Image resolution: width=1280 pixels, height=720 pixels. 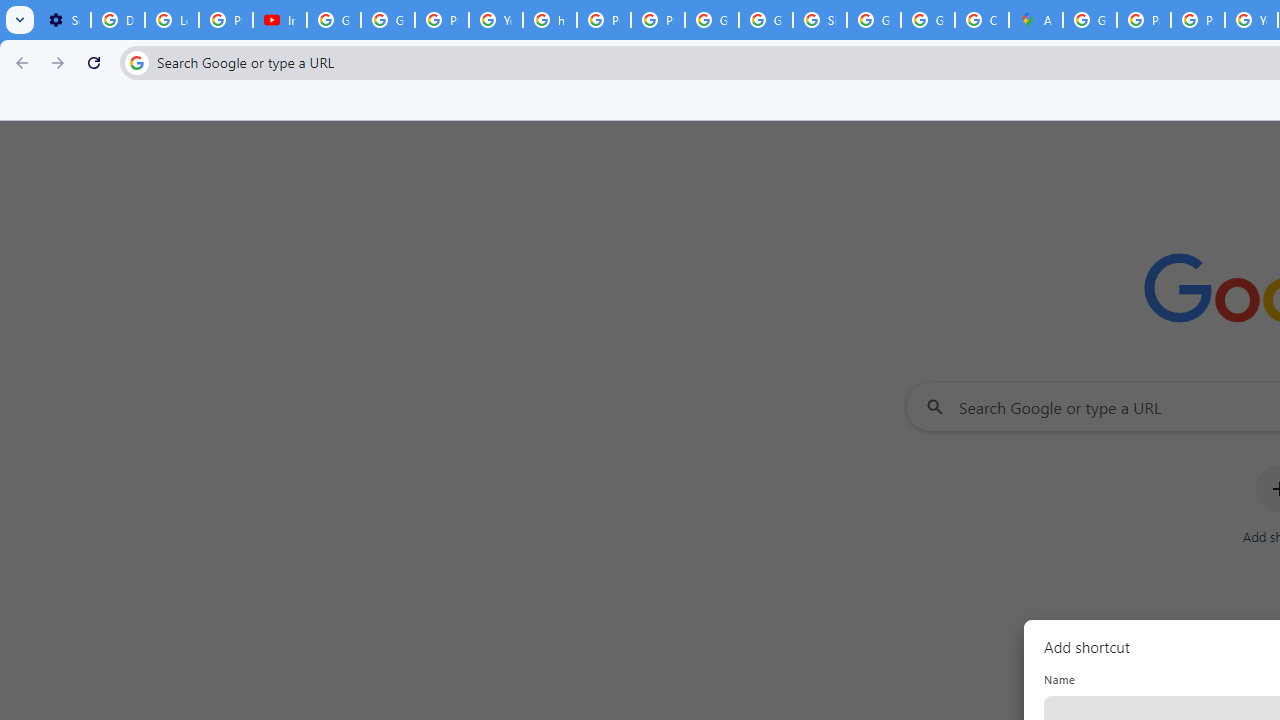 What do you see at coordinates (496, 20) in the screenshot?
I see `'YouTube'` at bounding box center [496, 20].